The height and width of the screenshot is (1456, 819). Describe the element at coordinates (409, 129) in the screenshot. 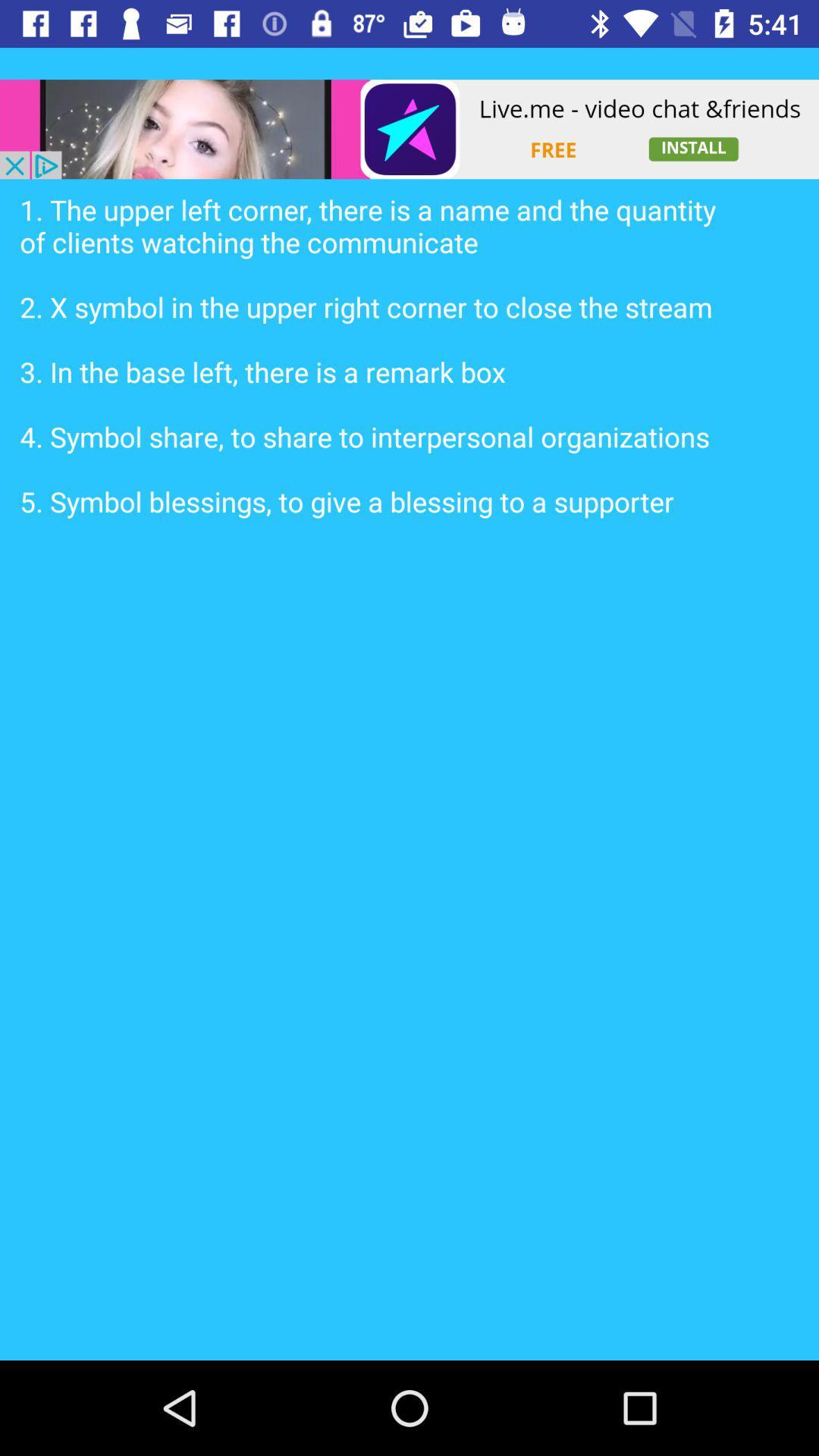

I see `open advertisement` at that location.